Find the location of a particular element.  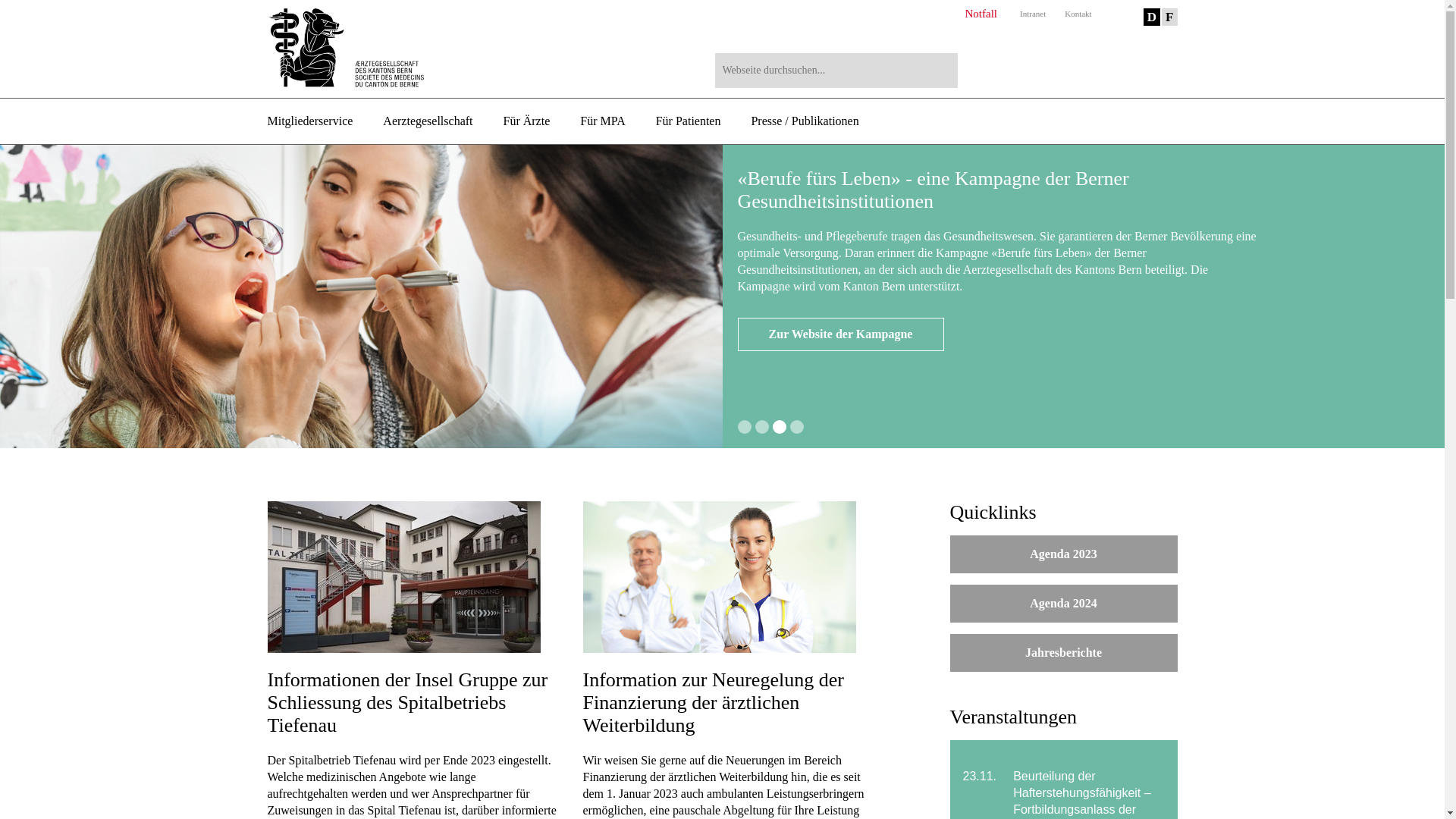

'Agenda 2024' is located at coordinates (1062, 602).